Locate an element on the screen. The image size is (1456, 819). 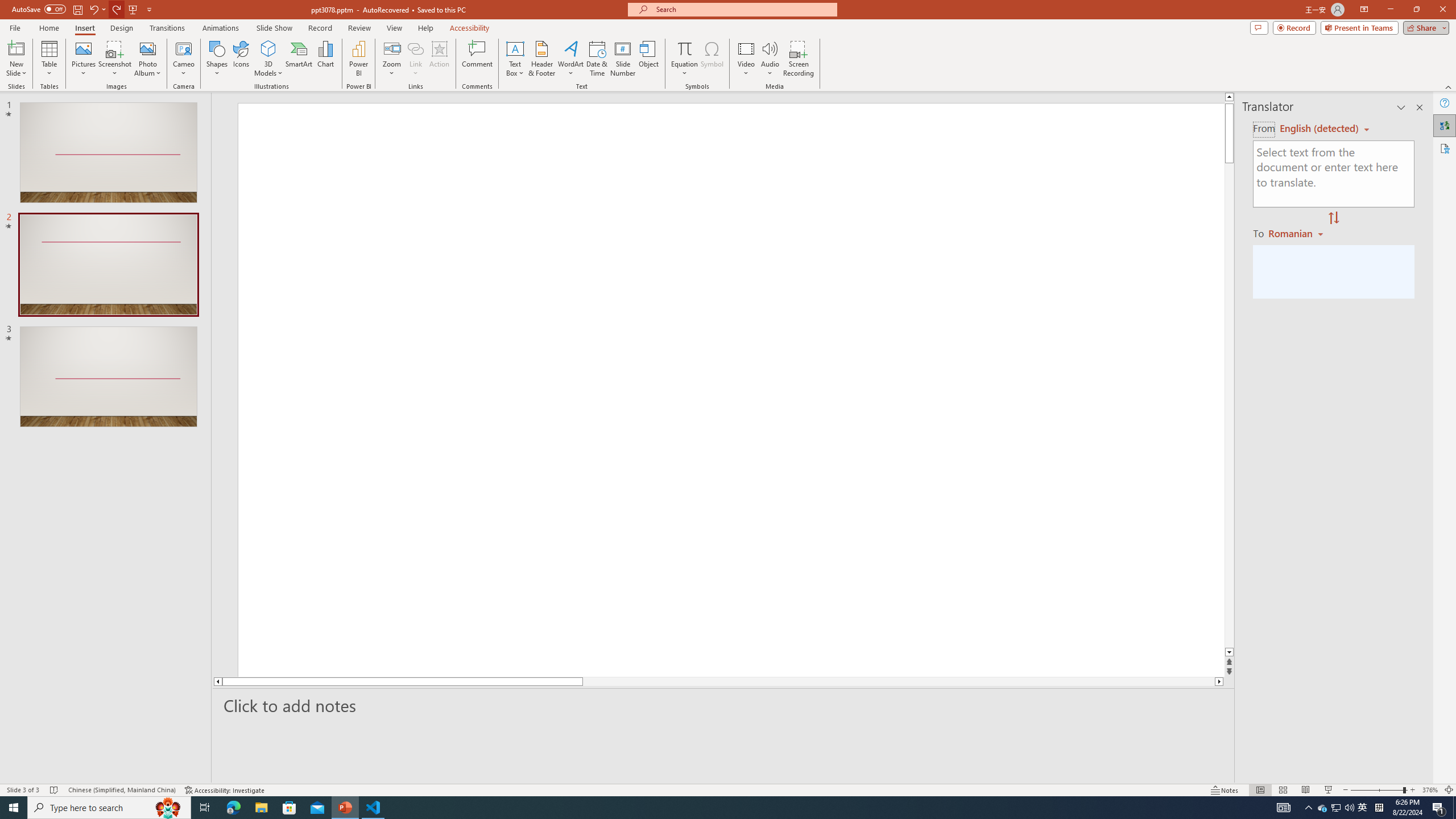
'Zoom 376%' is located at coordinates (1430, 790).